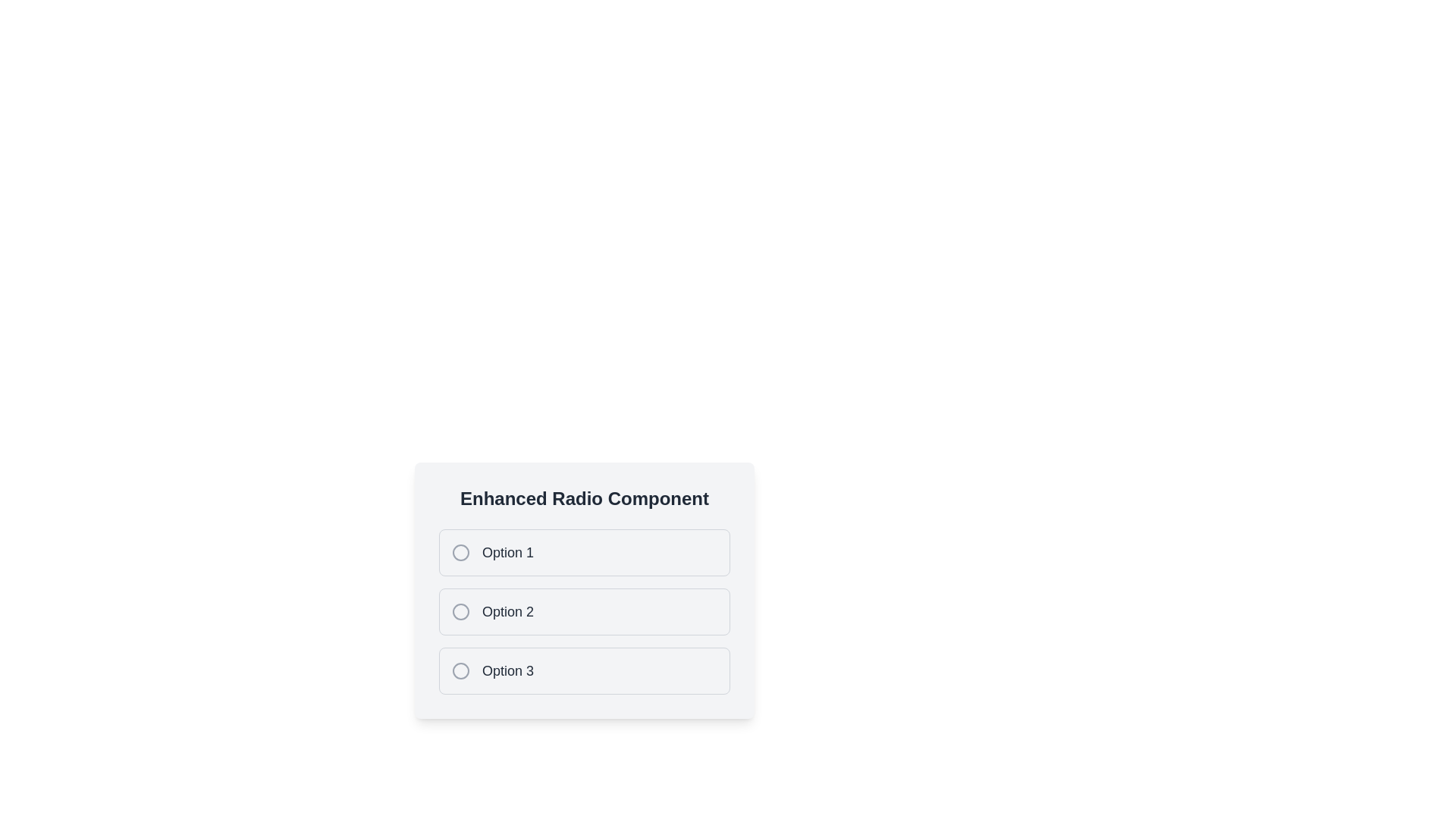  I want to click on the interactive radio option that indicates the user's preference for the second option, located in the middle of the 'Enhanced Radio Component' group, directly below 'Option 1' and above 'Option 3', so click(584, 599).